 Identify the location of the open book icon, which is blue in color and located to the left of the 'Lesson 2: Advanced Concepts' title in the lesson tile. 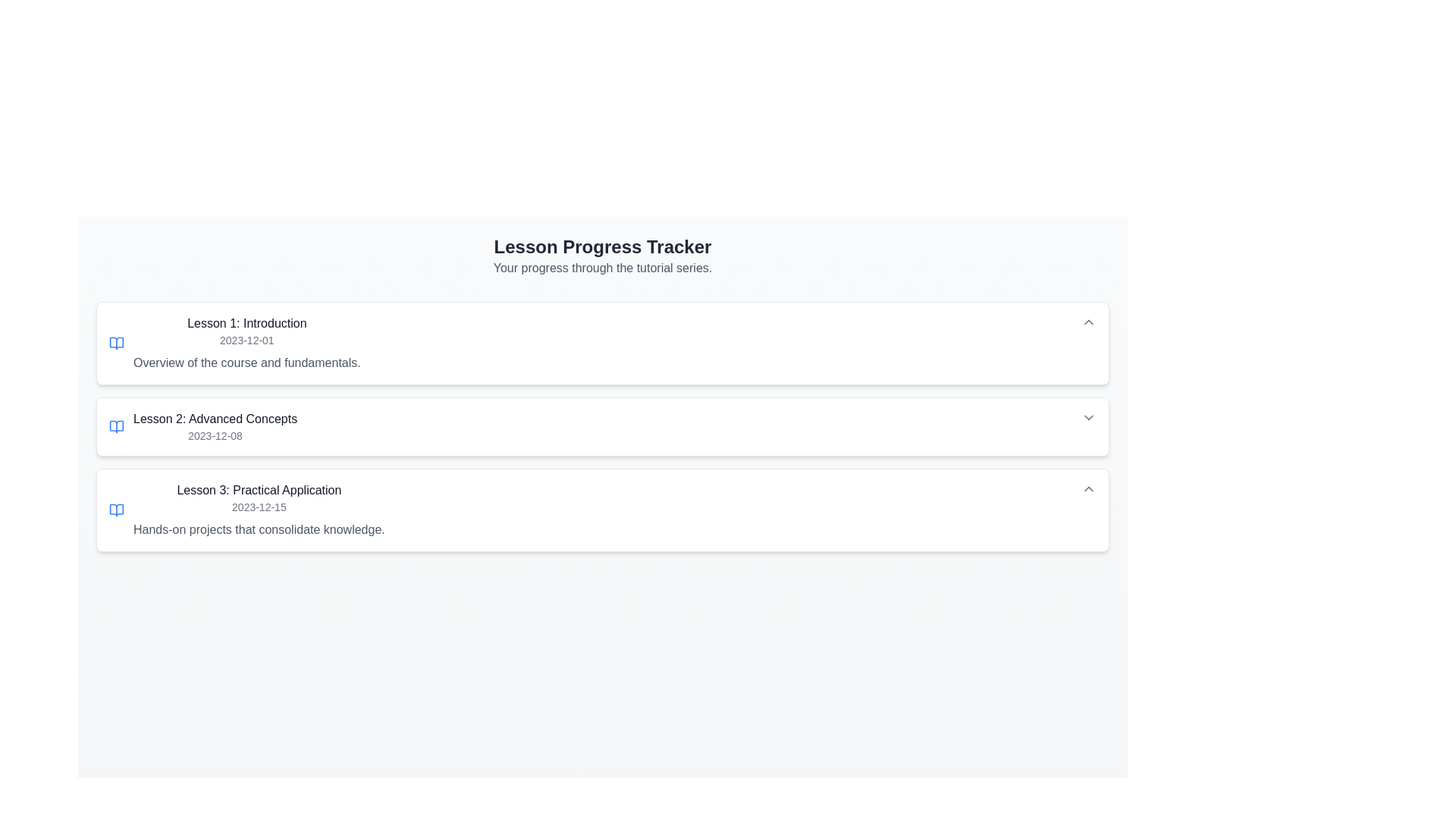
(115, 427).